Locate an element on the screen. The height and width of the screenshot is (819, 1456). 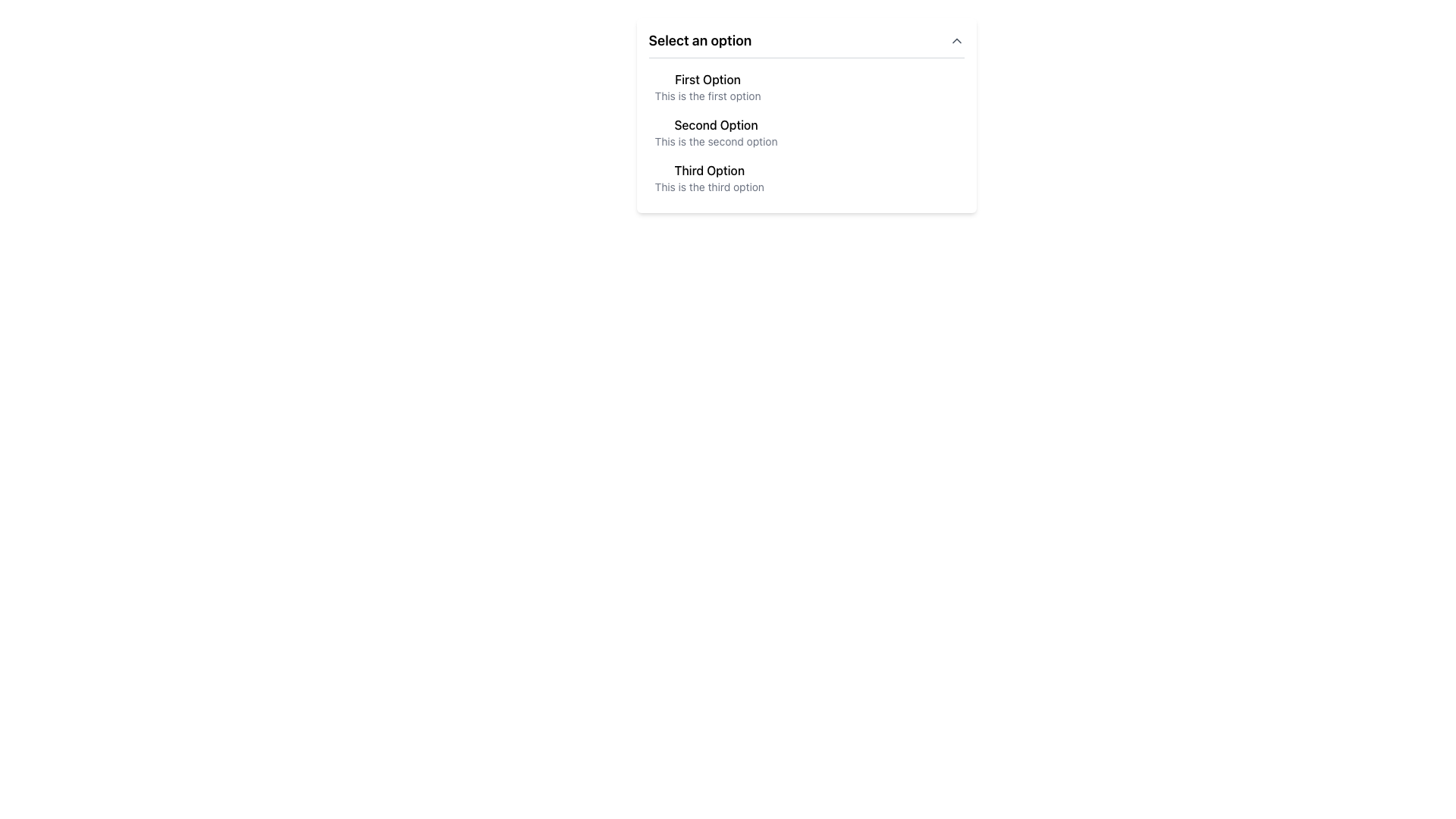
the selectable list item labeled 'Second Option' is located at coordinates (805, 115).